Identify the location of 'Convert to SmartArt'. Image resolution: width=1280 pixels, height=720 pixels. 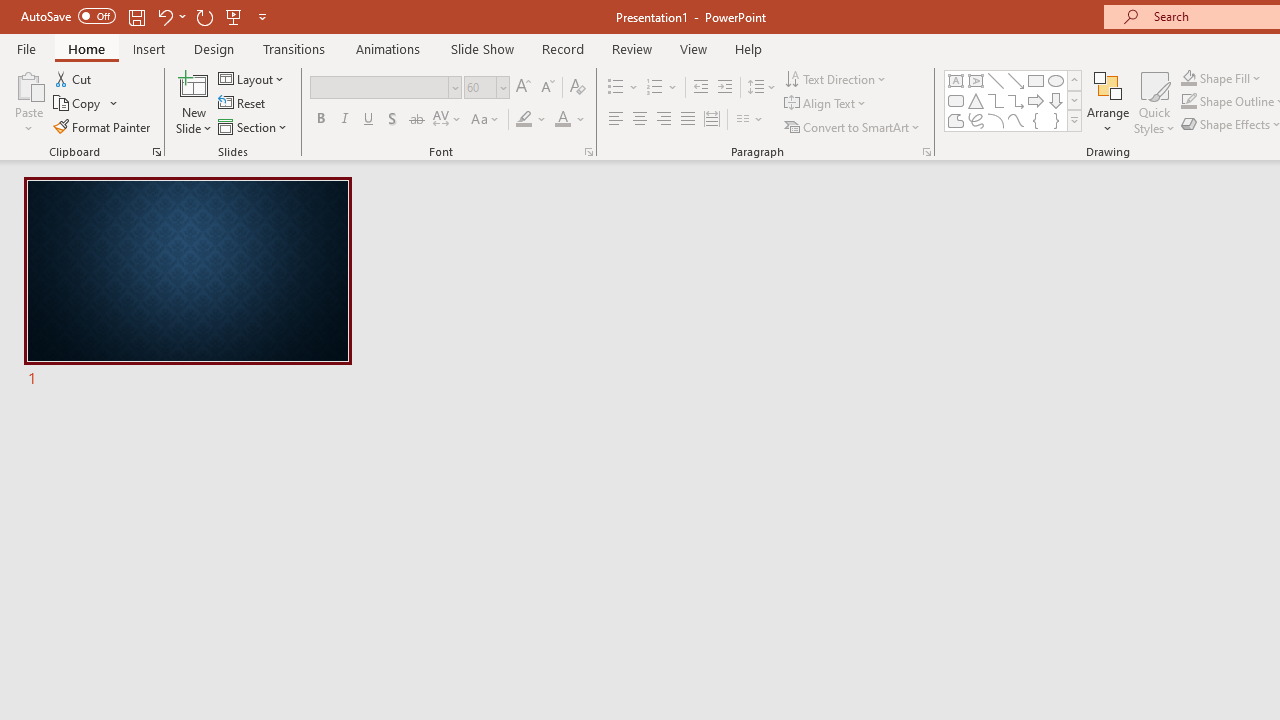
(853, 127).